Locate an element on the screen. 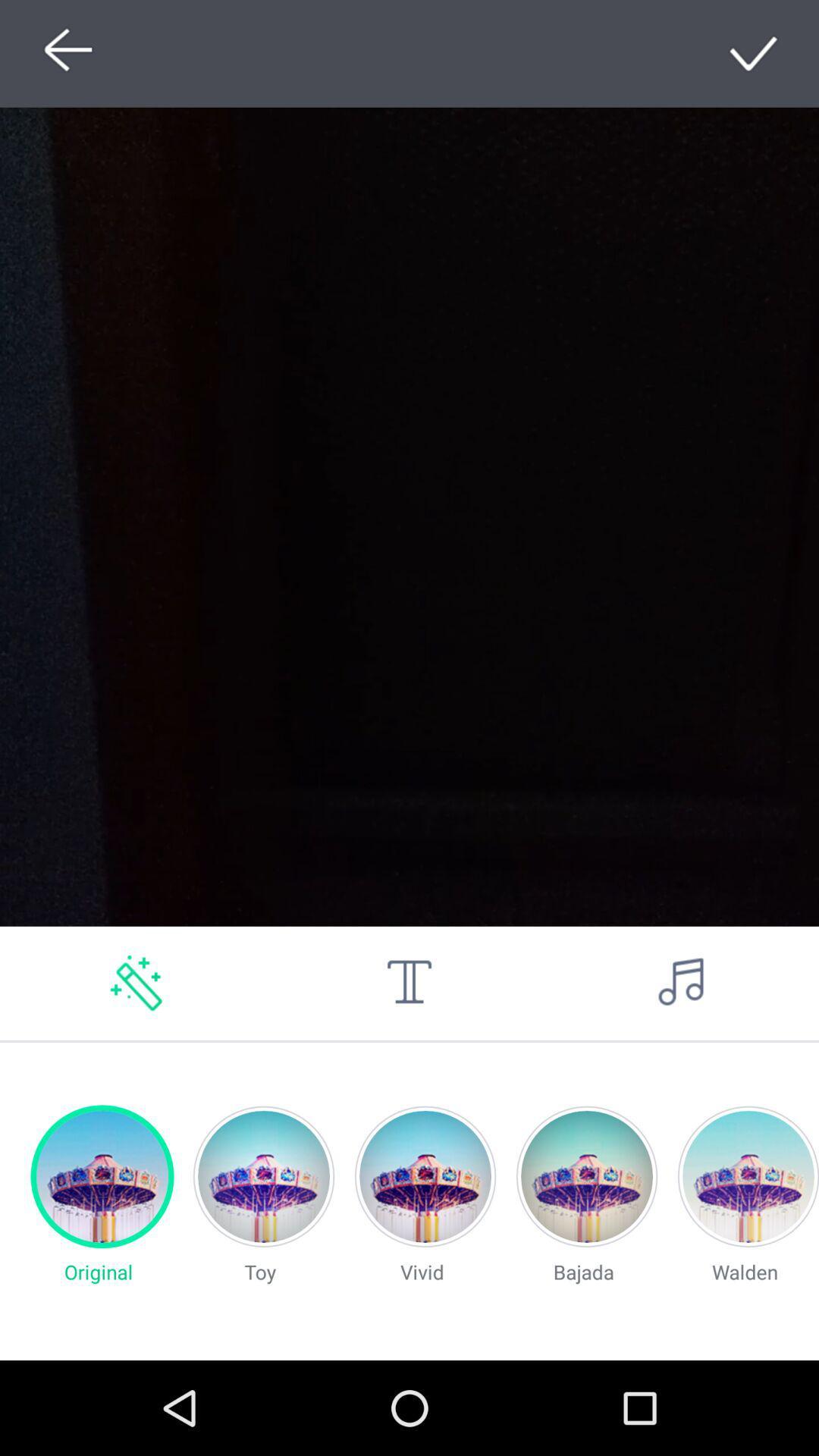 This screenshot has height=1456, width=819. go do sealt is located at coordinates (755, 53).